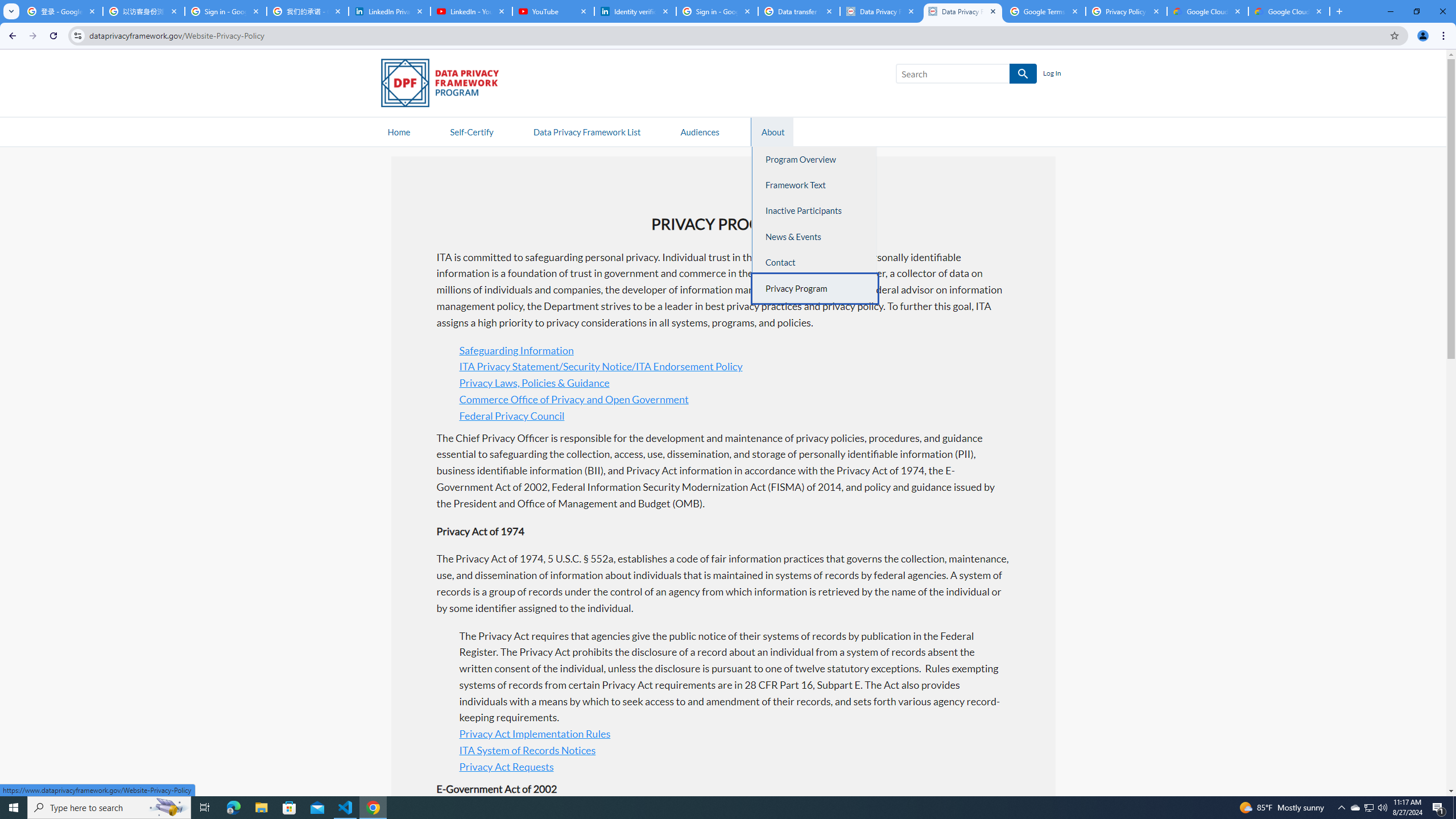  Describe the element at coordinates (471, 131) in the screenshot. I see `'Self-Certify'` at that location.